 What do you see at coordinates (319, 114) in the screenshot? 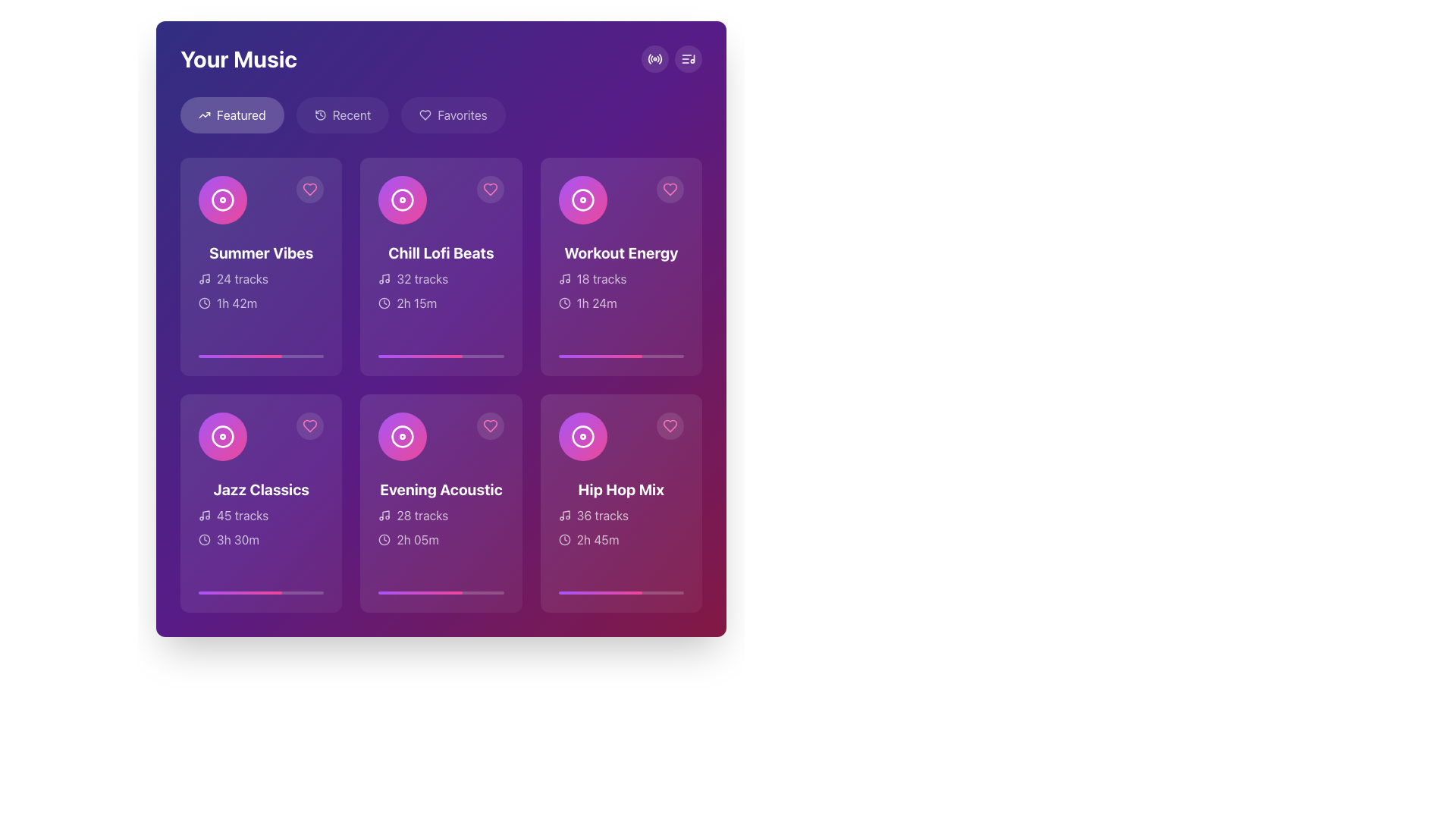
I see `the 'Recent' tab icon located at the top left of the interface` at bounding box center [319, 114].